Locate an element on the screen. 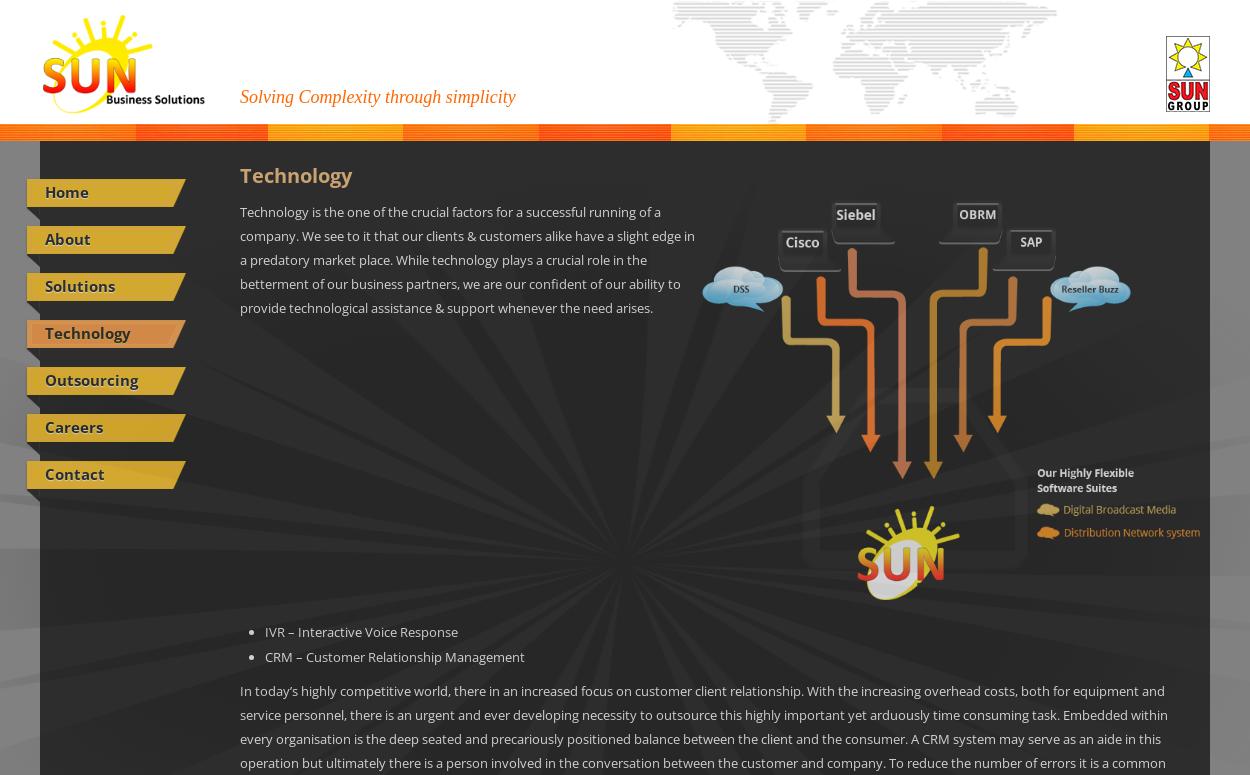 This screenshot has height=775, width=1250. 'Outsourcing' is located at coordinates (90, 379).